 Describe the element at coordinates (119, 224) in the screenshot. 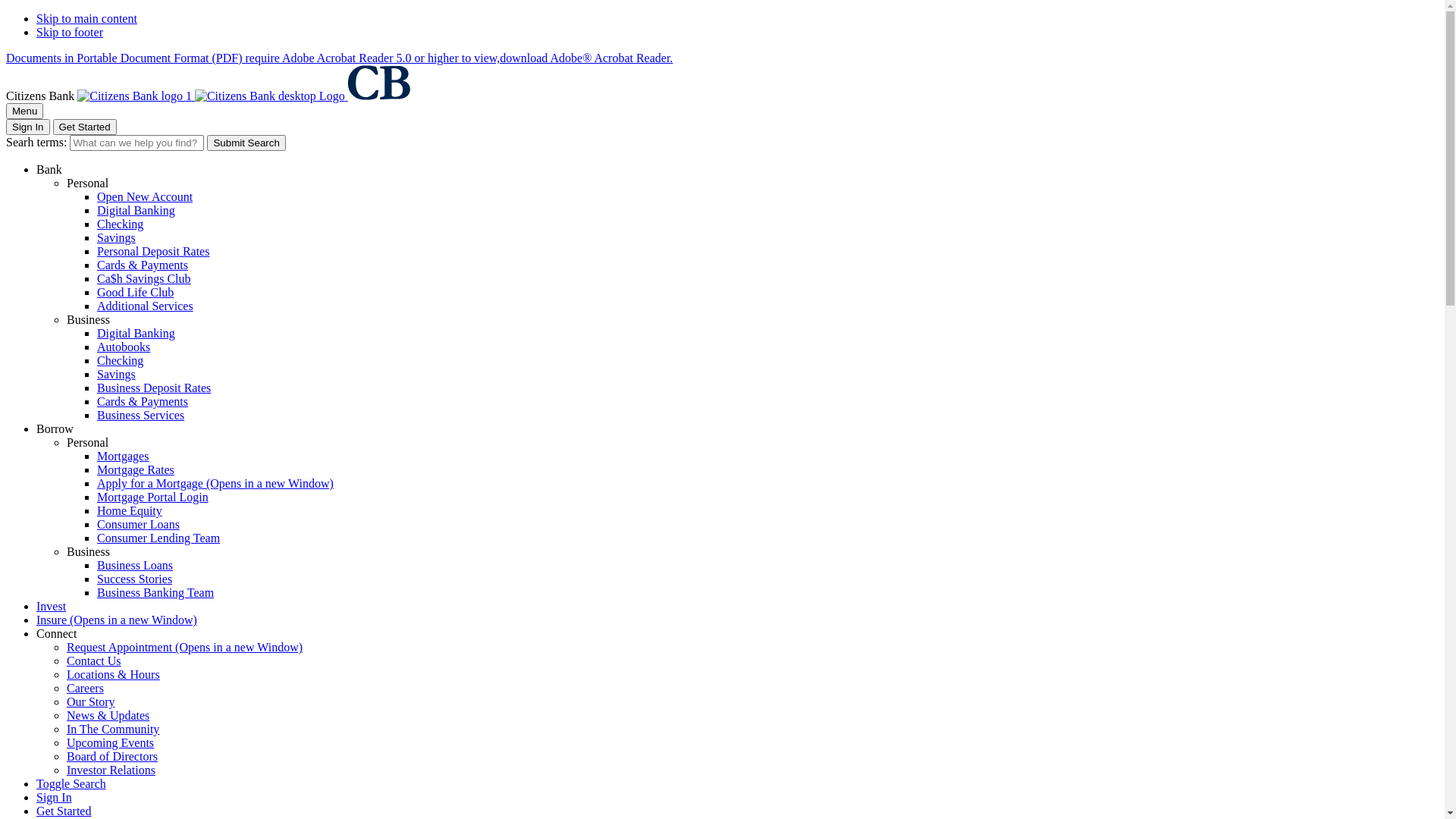

I see `'Checking'` at that location.